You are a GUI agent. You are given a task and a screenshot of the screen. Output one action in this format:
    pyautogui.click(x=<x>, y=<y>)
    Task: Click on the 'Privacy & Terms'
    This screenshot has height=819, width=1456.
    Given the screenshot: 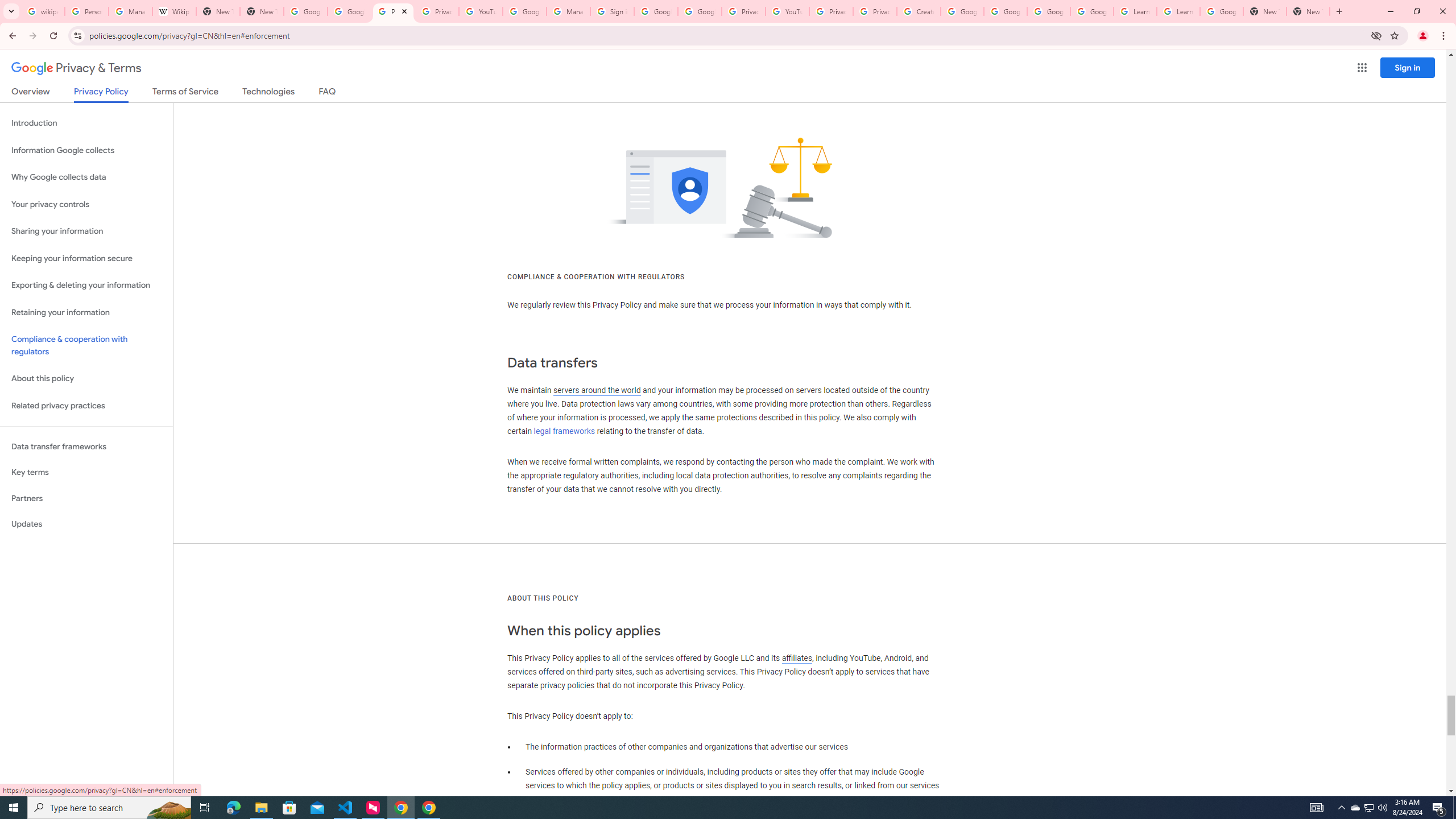 What is the action you would take?
    pyautogui.click(x=76, y=68)
    